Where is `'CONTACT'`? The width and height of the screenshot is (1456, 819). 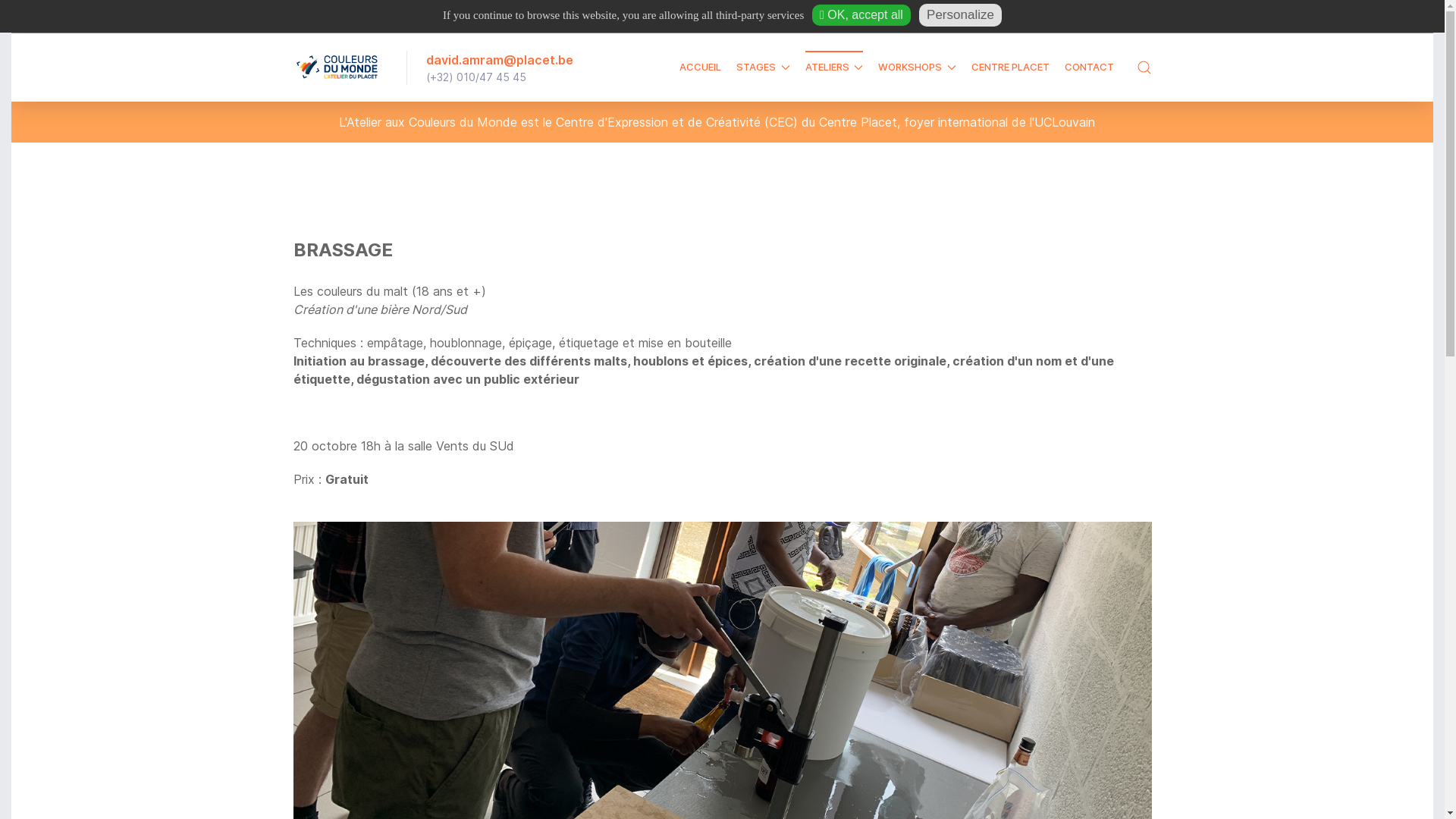 'CONTACT' is located at coordinates (1063, 66).